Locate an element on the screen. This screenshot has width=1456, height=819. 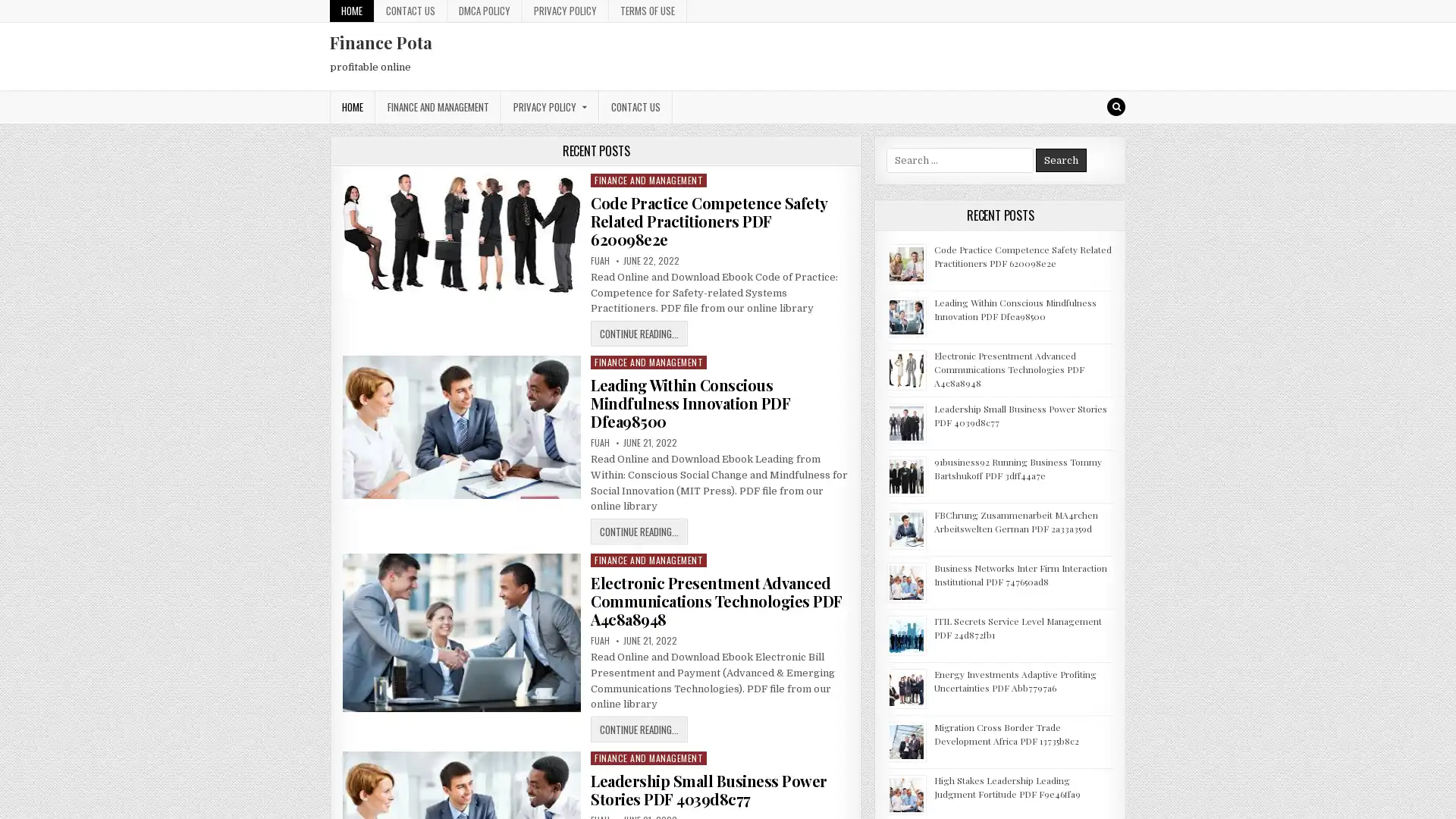
Search is located at coordinates (1060, 160).